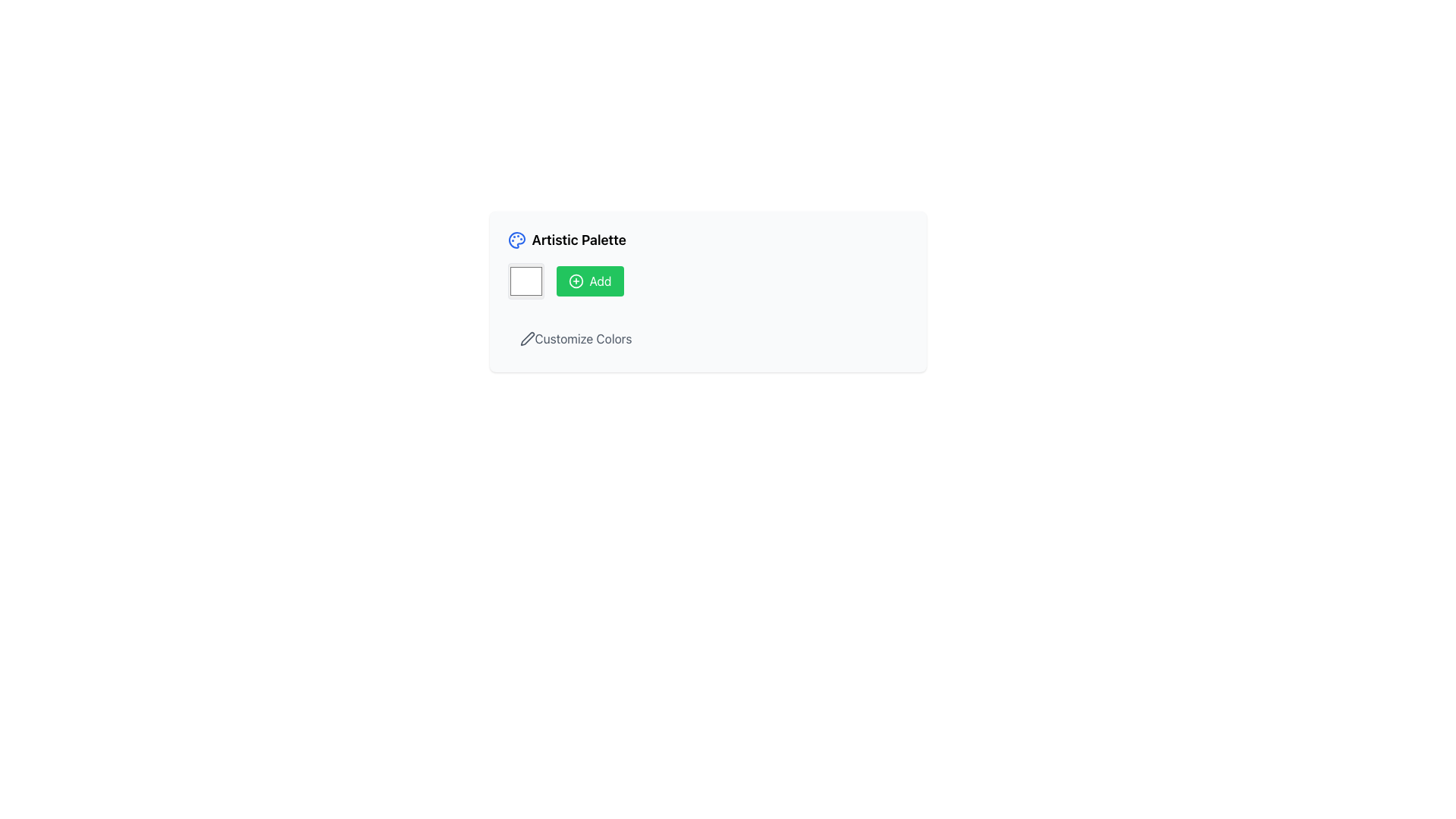  Describe the element at coordinates (516, 239) in the screenshot. I see `the artistic palette icon with a blue outline located next to the text 'Artistic Palette'` at that location.